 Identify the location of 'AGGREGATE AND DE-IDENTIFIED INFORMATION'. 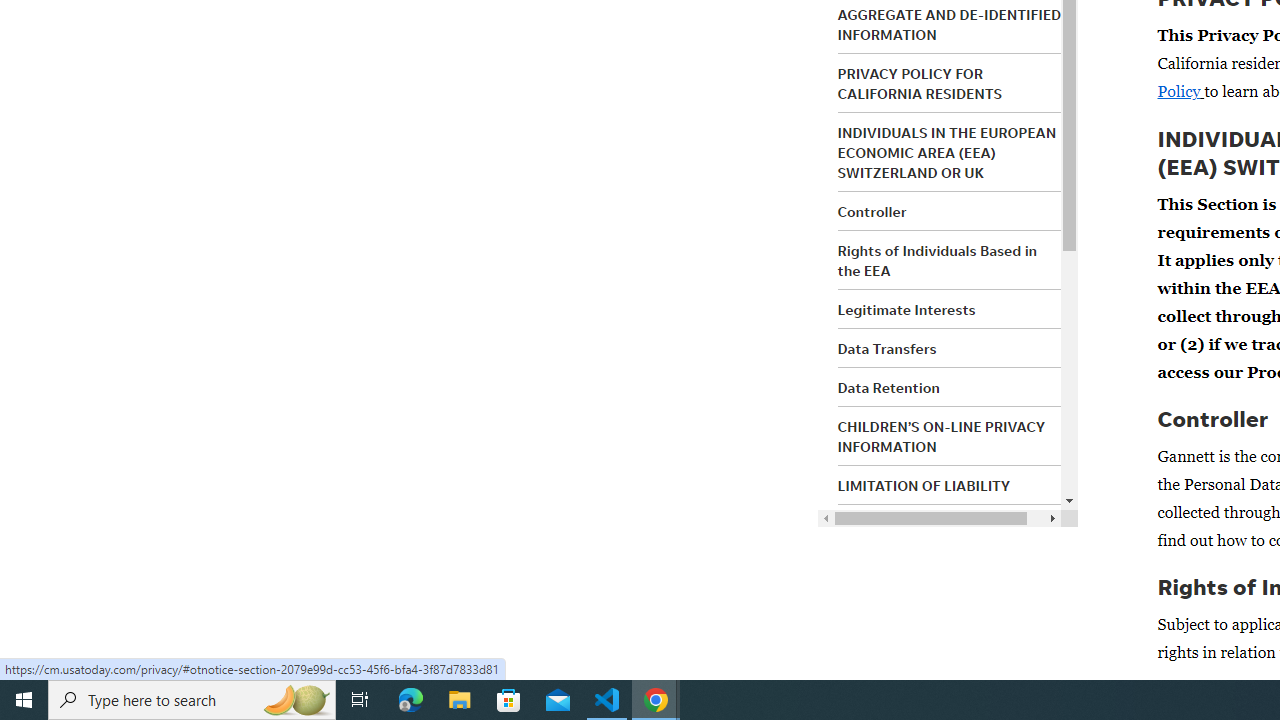
(948, 24).